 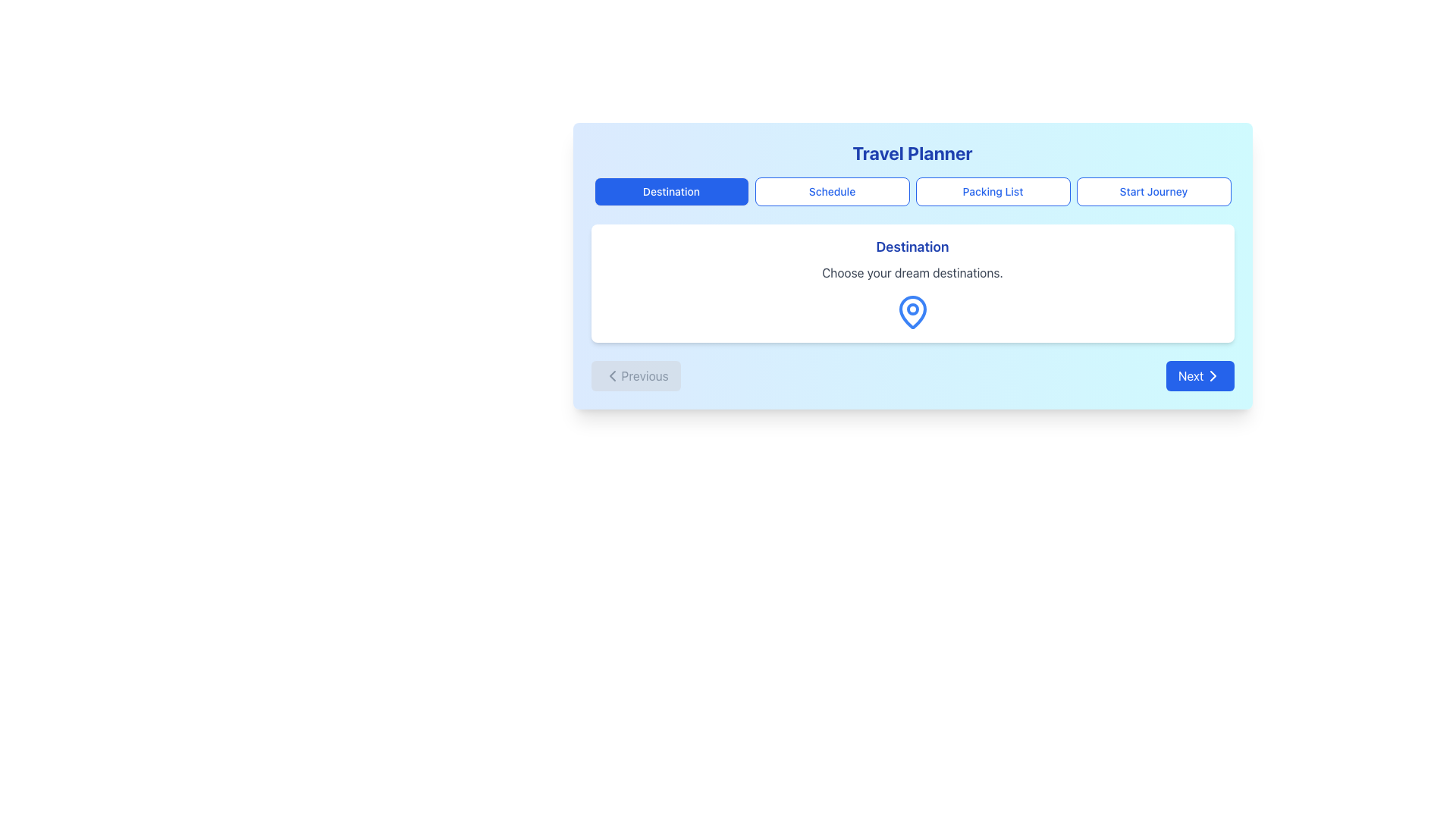 I want to click on the 'Schedule' button, which is a rectangular button with rounded corners, white background, blue border, and blue center-aligned text, so click(x=831, y=191).